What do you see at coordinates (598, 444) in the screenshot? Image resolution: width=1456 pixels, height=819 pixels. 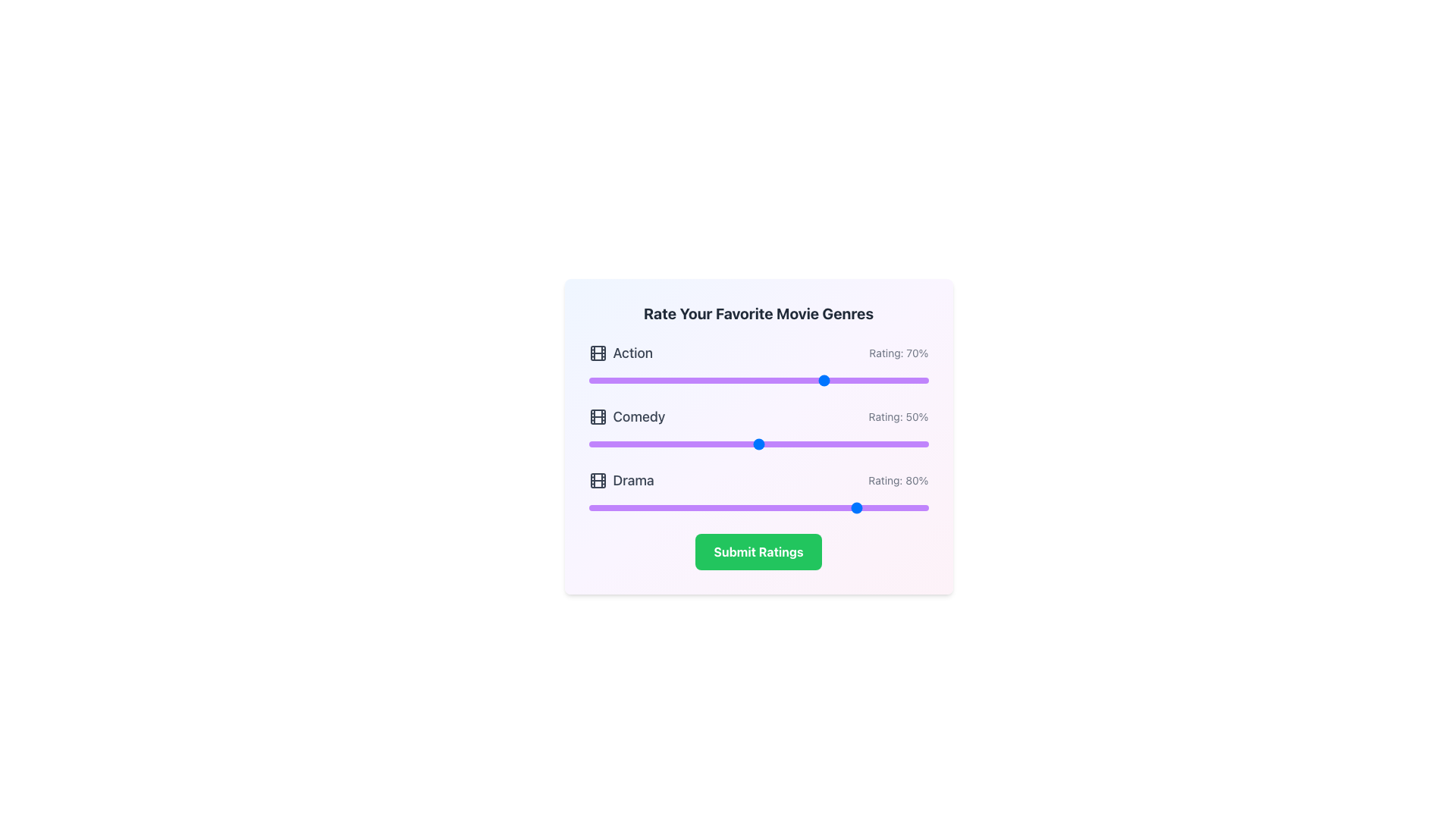 I see `the slider` at bounding box center [598, 444].